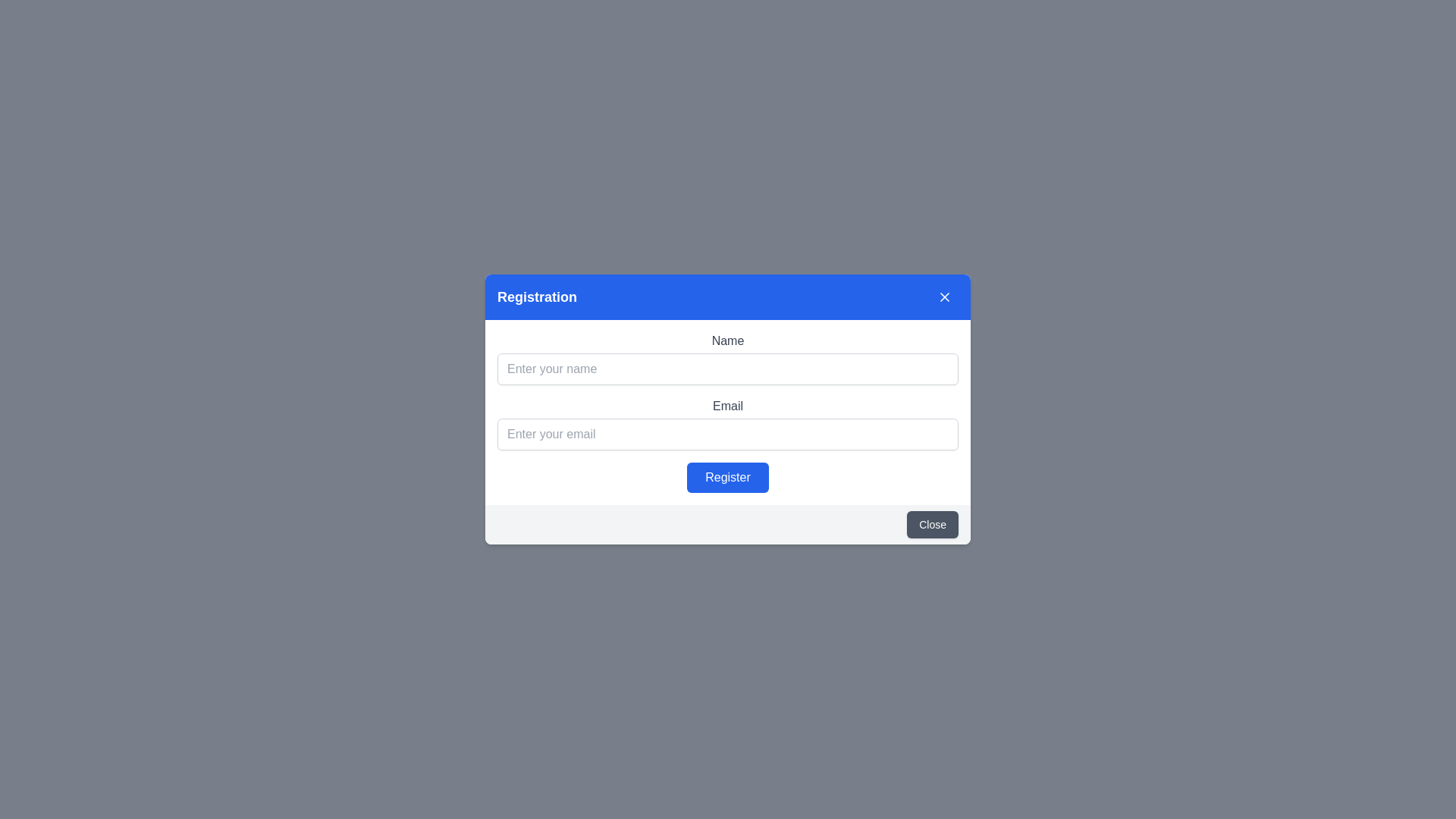  What do you see at coordinates (943, 297) in the screenshot?
I see `the 'X' close icon located in the top-right corner of the blue bar in the registration modal` at bounding box center [943, 297].